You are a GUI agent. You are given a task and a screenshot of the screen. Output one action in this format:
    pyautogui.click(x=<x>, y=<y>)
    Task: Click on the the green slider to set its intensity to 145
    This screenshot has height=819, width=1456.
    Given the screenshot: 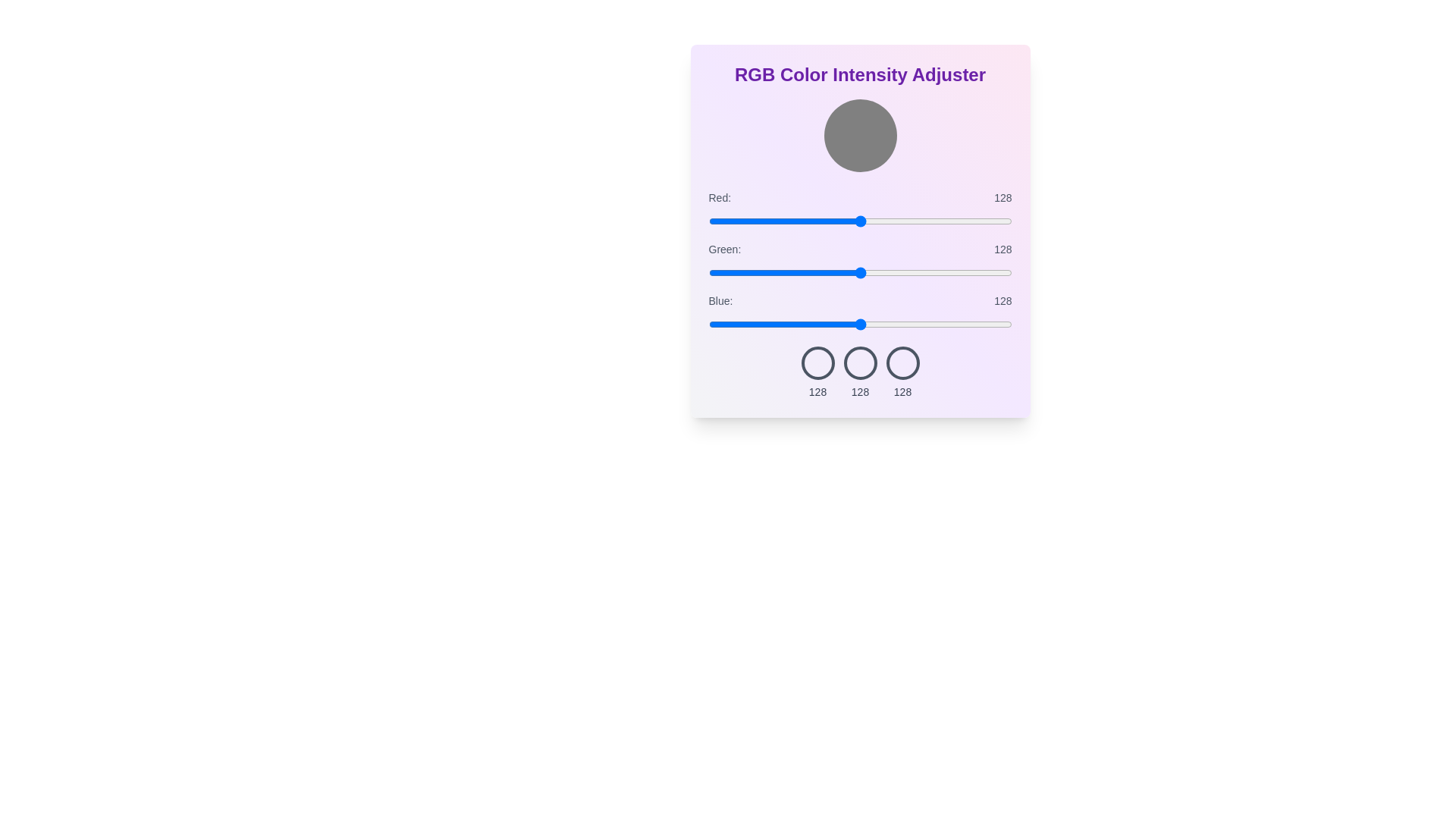 What is the action you would take?
    pyautogui.click(x=880, y=271)
    